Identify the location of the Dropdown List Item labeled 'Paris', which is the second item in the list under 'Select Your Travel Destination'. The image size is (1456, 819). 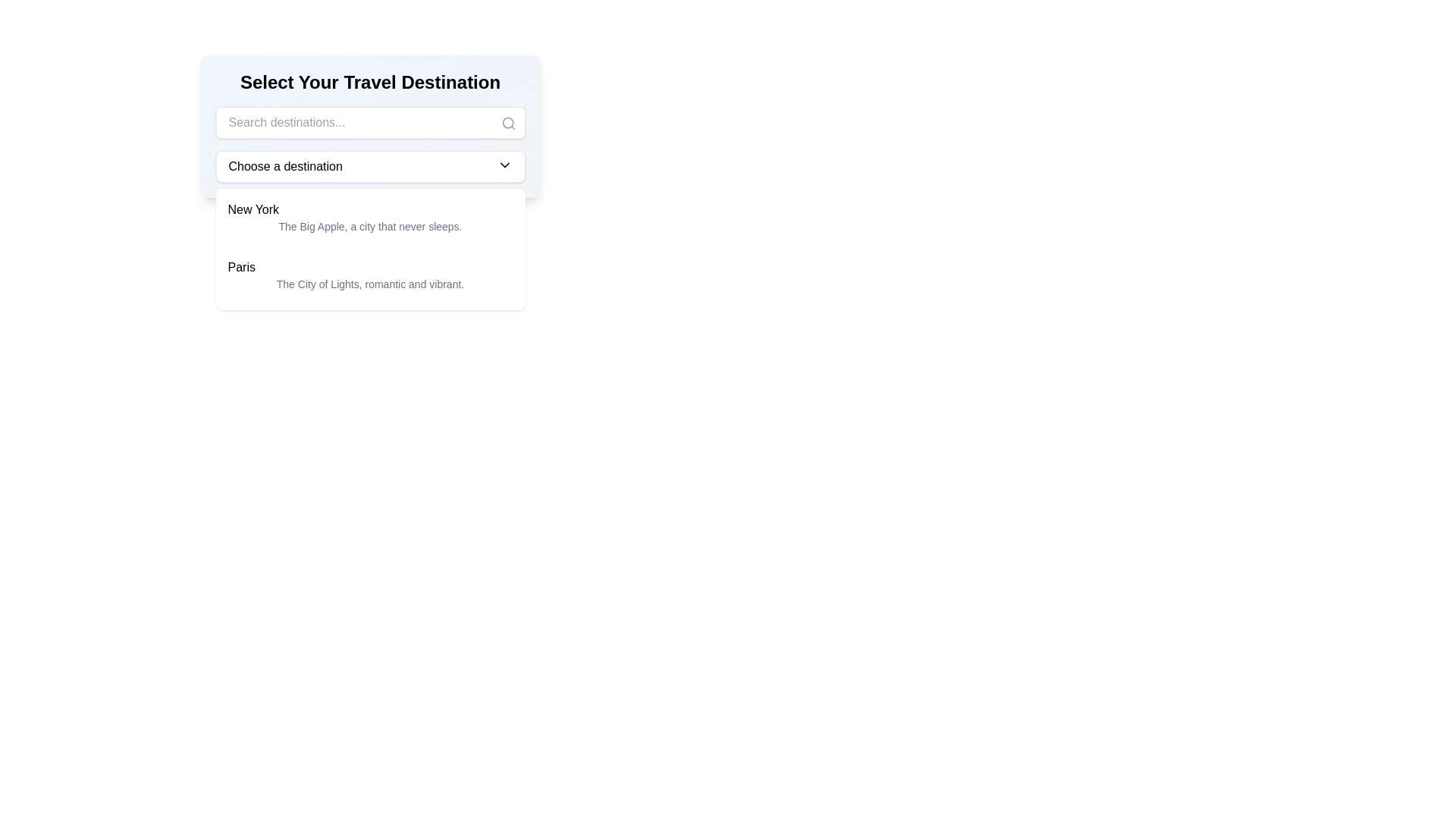
(370, 275).